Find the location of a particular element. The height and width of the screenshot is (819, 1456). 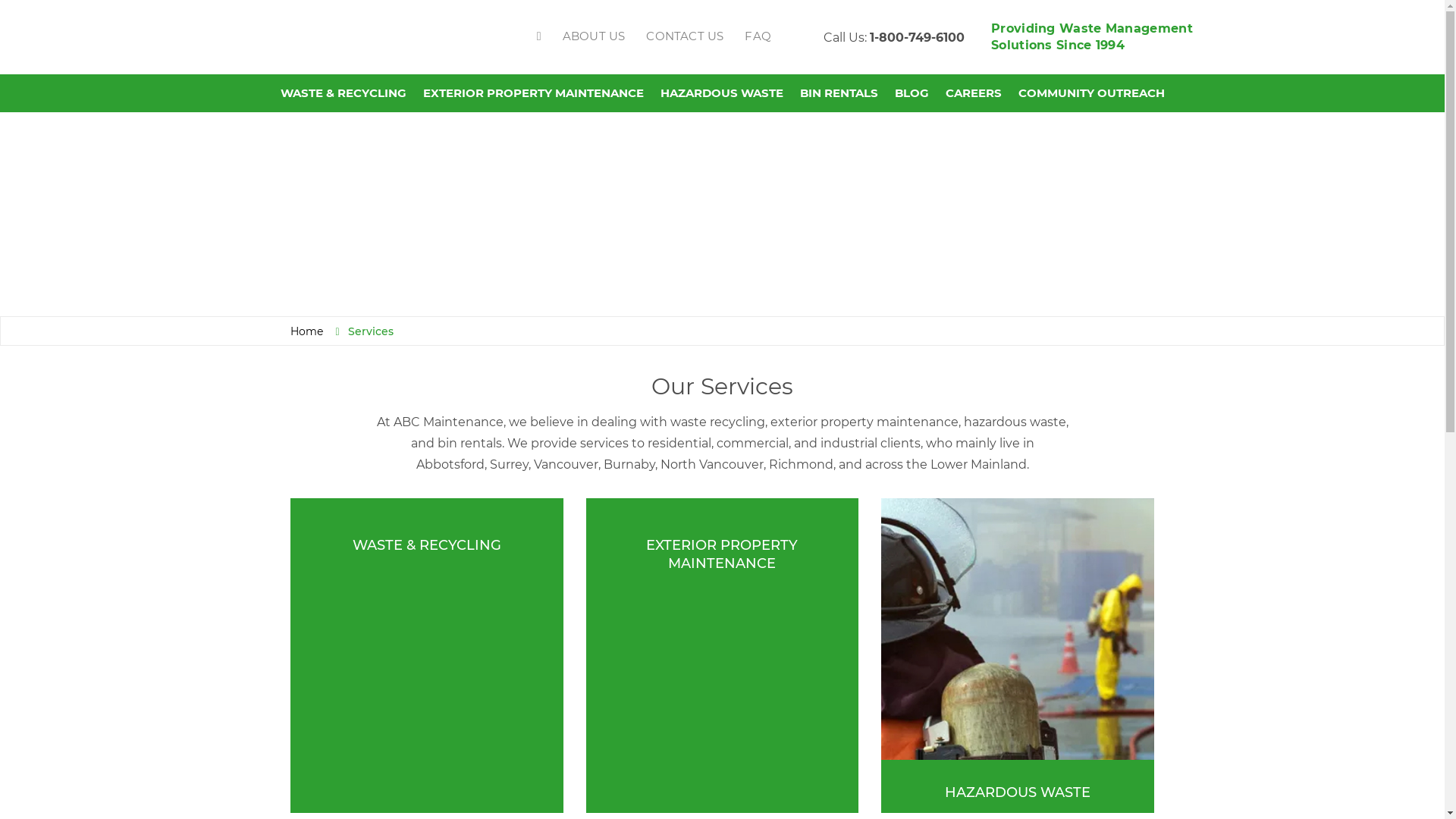

'WASTE & RECYCLING' is located at coordinates (280, 93).